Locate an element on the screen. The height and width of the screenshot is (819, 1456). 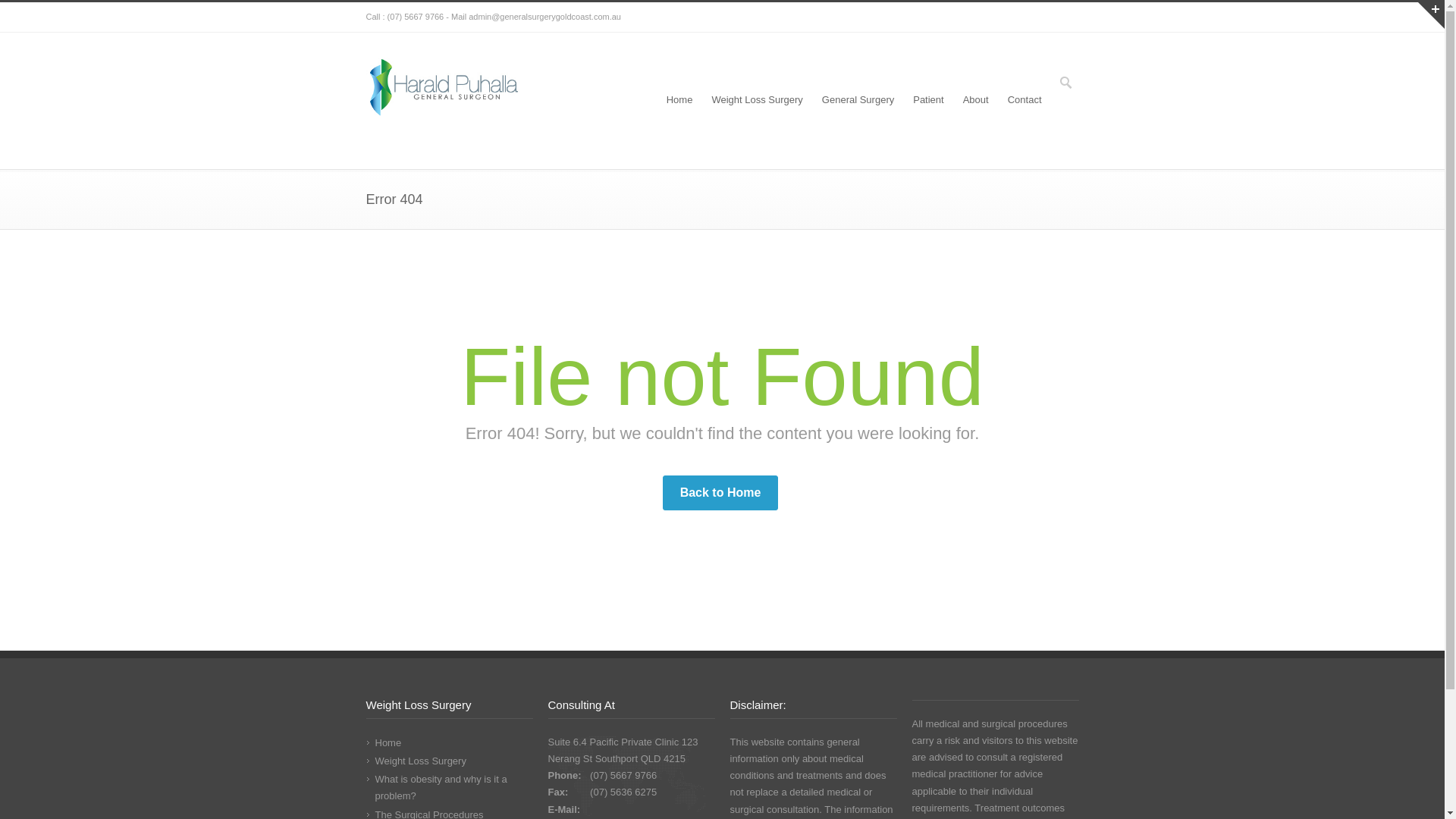
'Weight Loss Surgery' is located at coordinates (419, 761).